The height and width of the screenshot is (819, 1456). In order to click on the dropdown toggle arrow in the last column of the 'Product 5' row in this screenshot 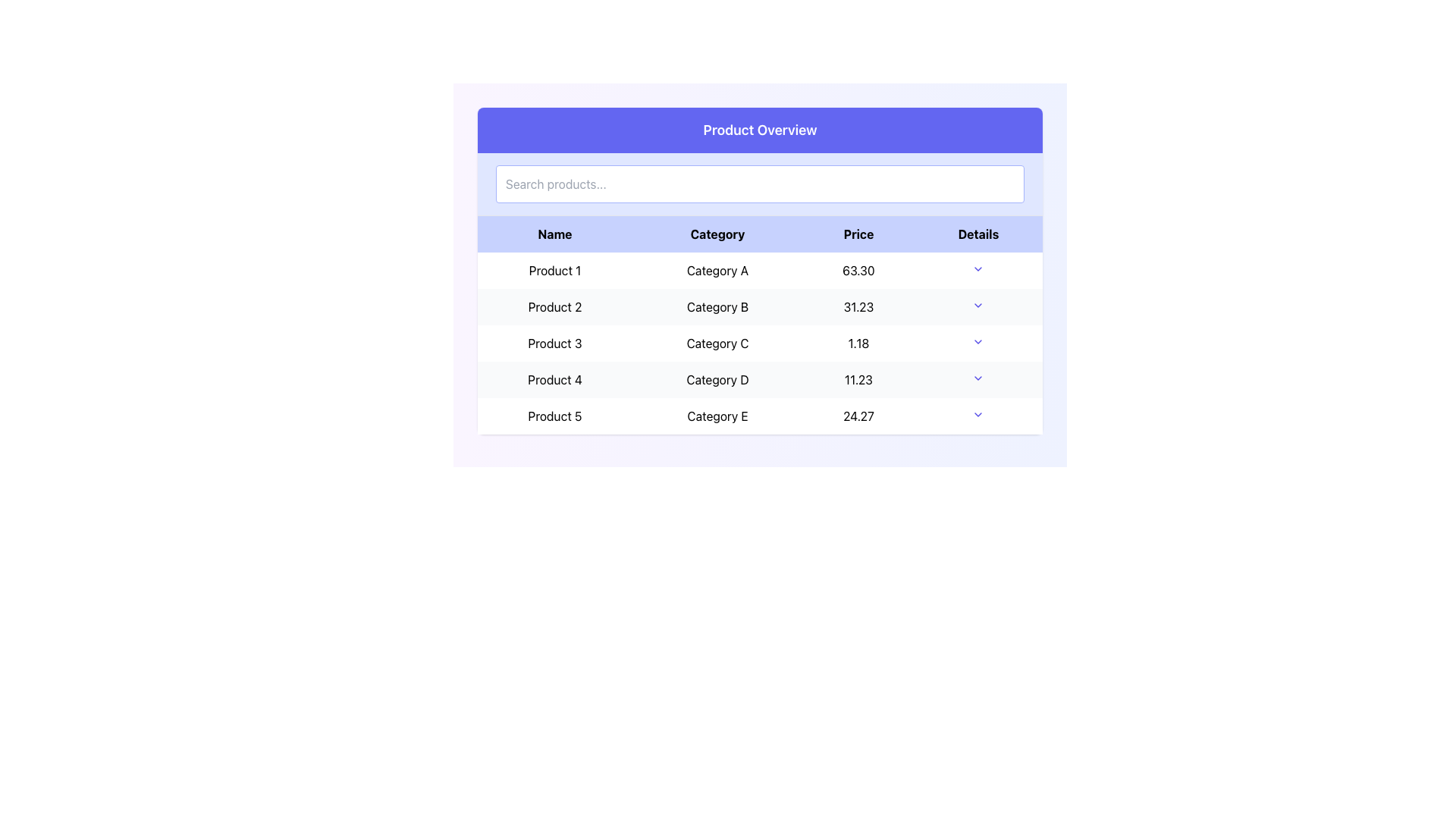, I will do `click(978, 416)`.